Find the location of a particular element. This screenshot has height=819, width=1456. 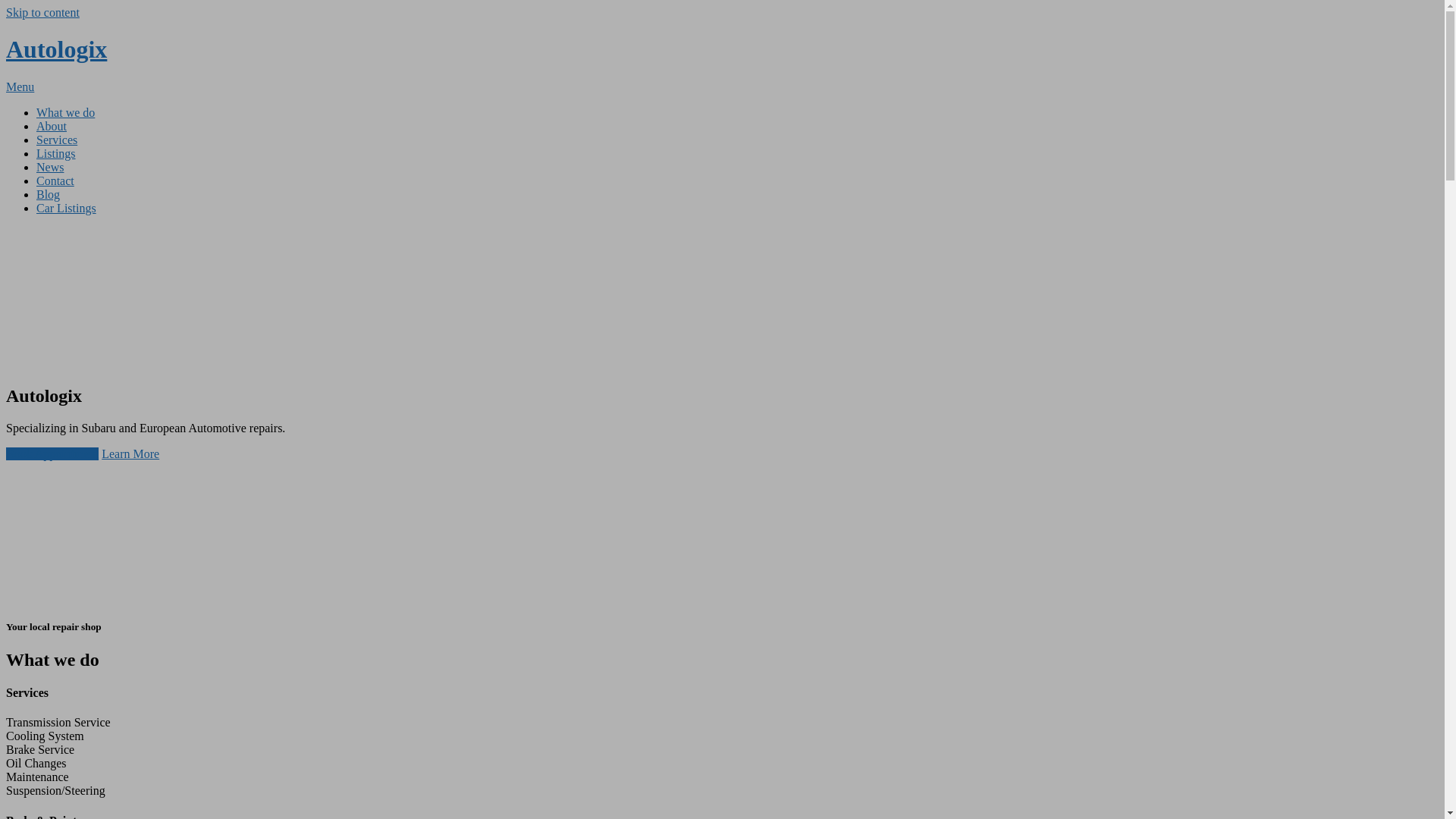

'Services' is located at coordinates (57, 140).